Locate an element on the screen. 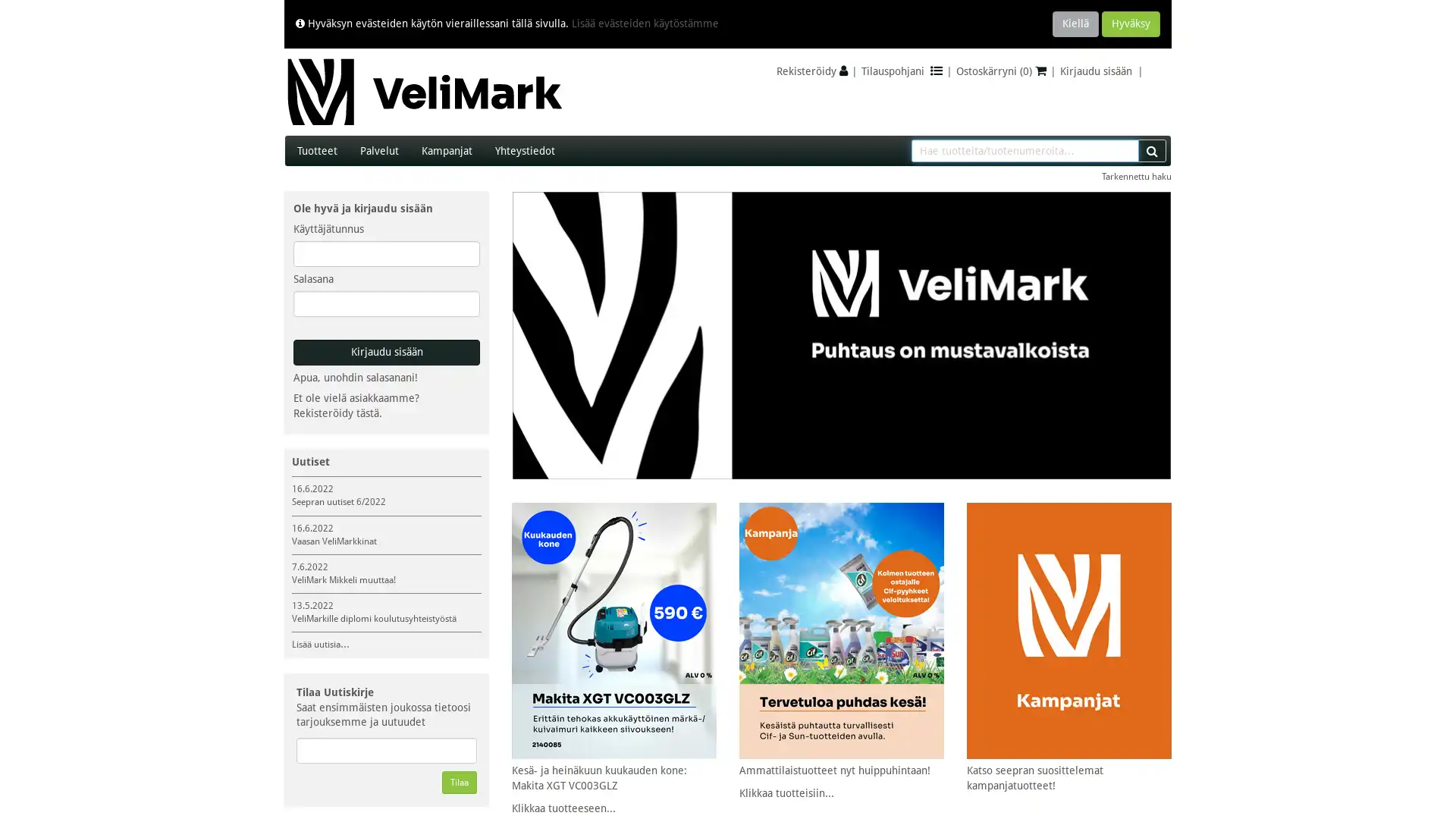 The height and width of the screenshot is (819, 1456). Kiella is located at coordinates (1075, 24).